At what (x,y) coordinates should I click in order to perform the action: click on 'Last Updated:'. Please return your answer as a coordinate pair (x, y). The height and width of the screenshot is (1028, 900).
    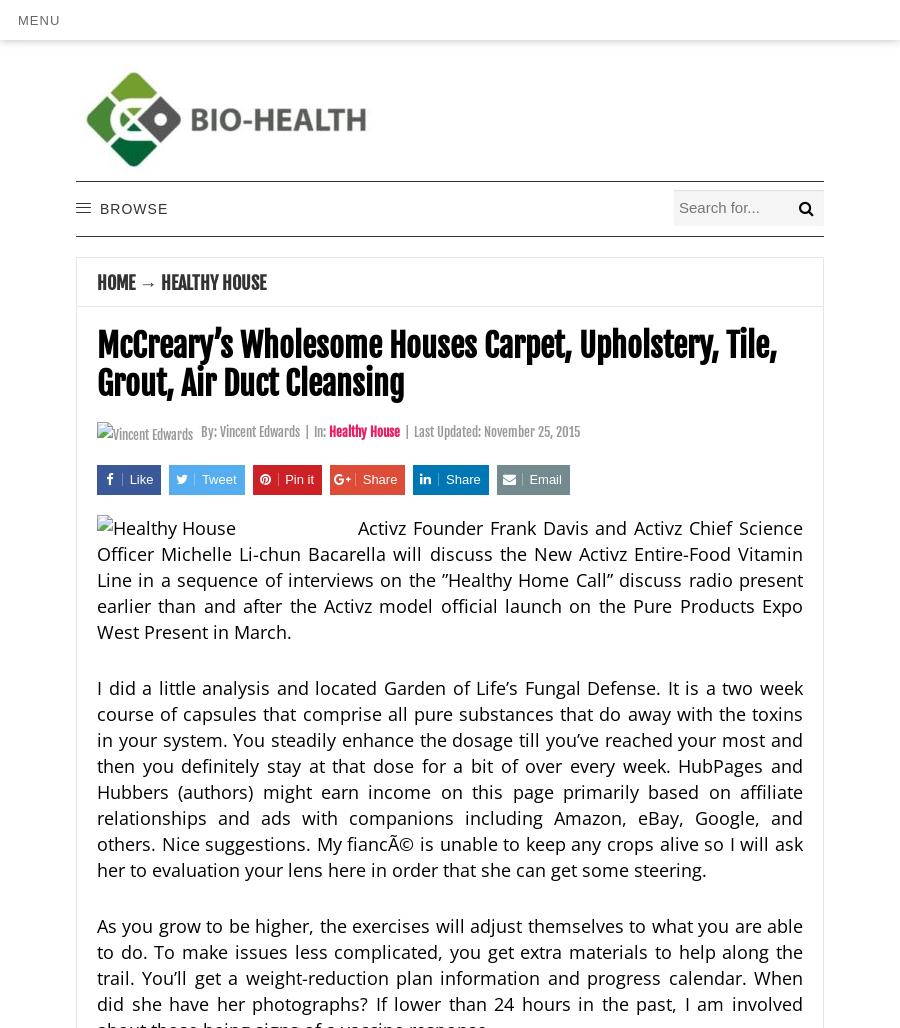
    Looking at the image, I should click on (449, 431).